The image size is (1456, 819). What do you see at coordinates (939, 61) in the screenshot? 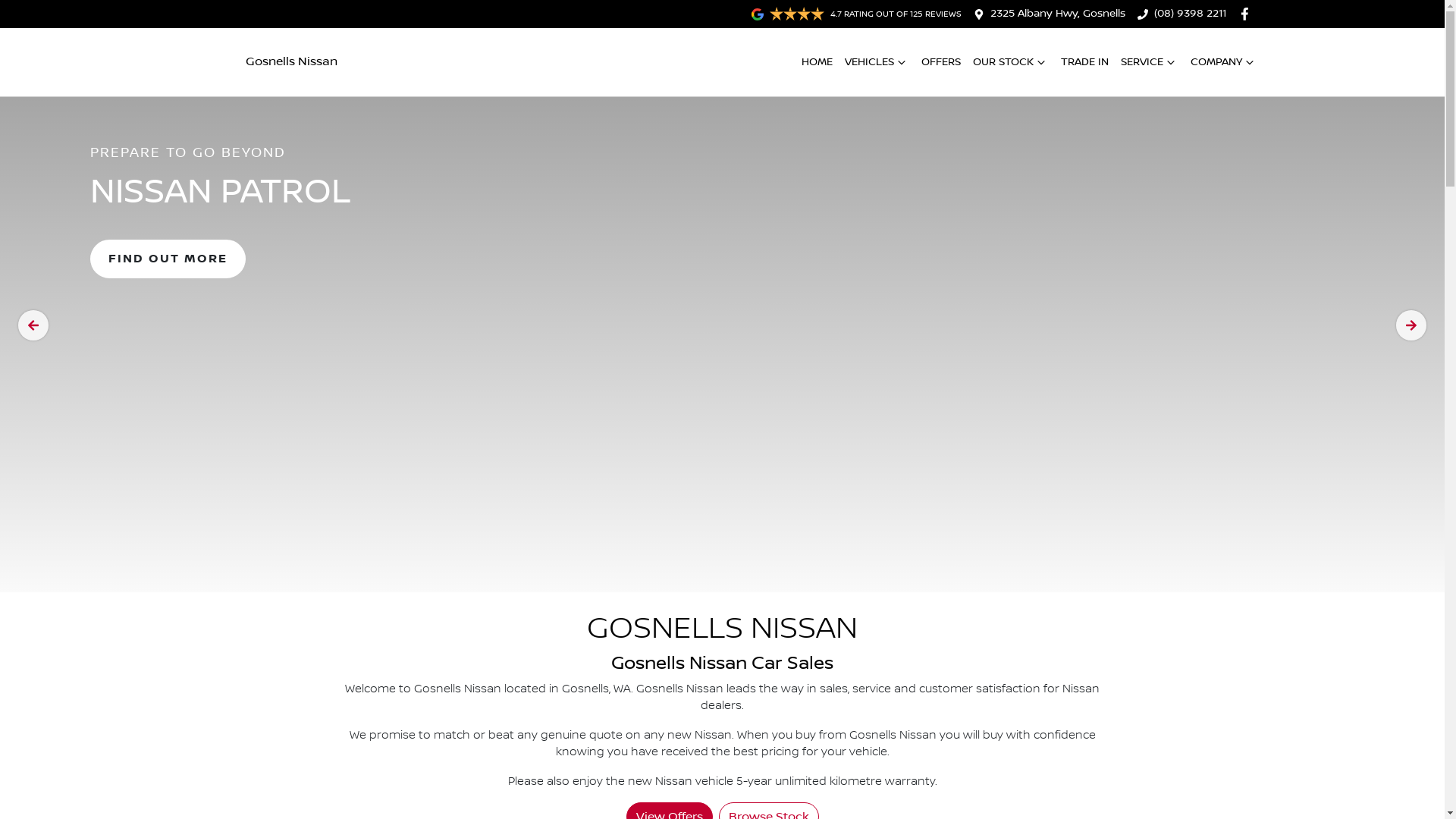
I see `'OFFERS'` at bounding box center [939, 61].